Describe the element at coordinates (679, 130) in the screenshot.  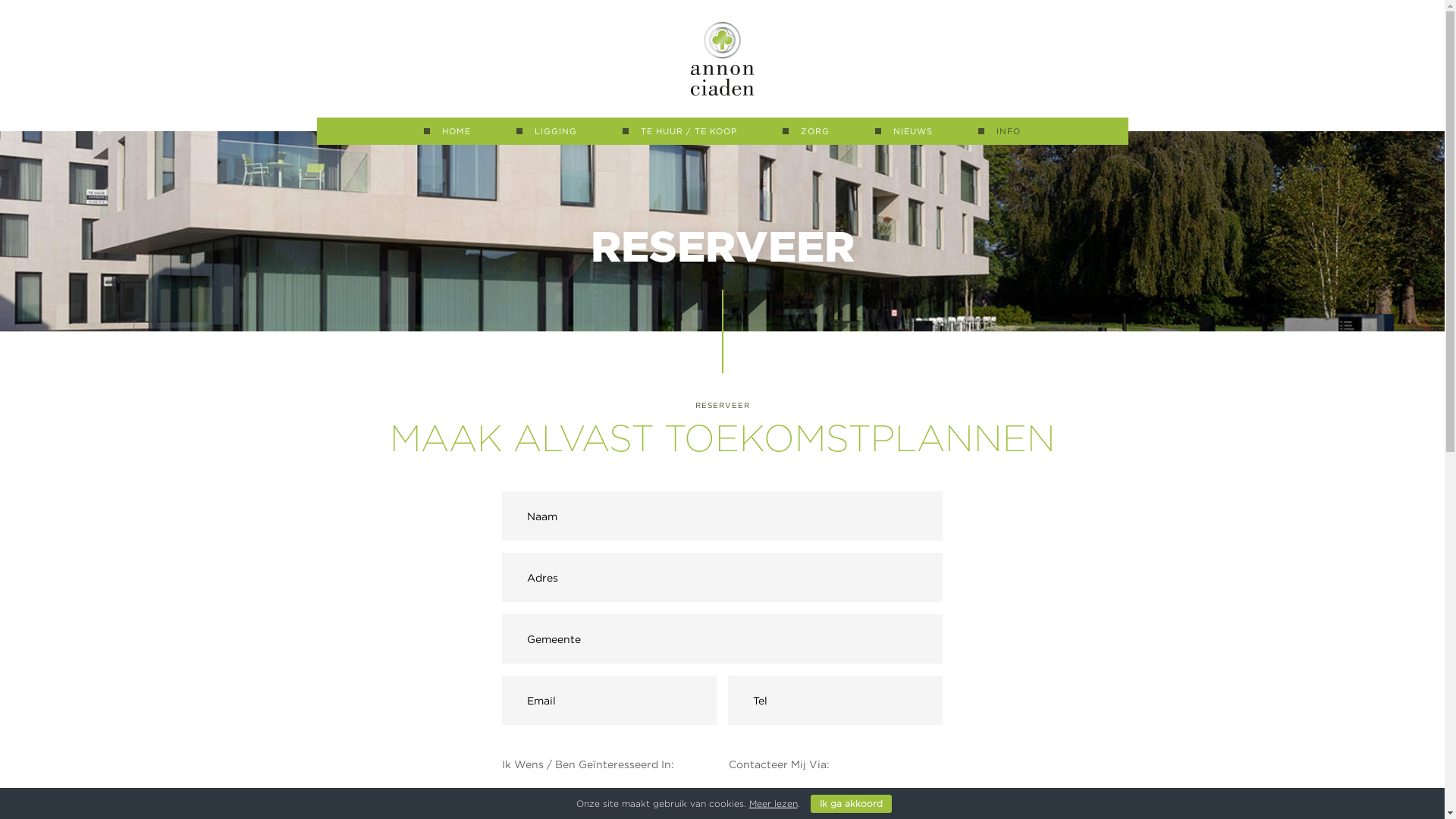
I see `'TE HUUR / TE KOOP'` at that location.